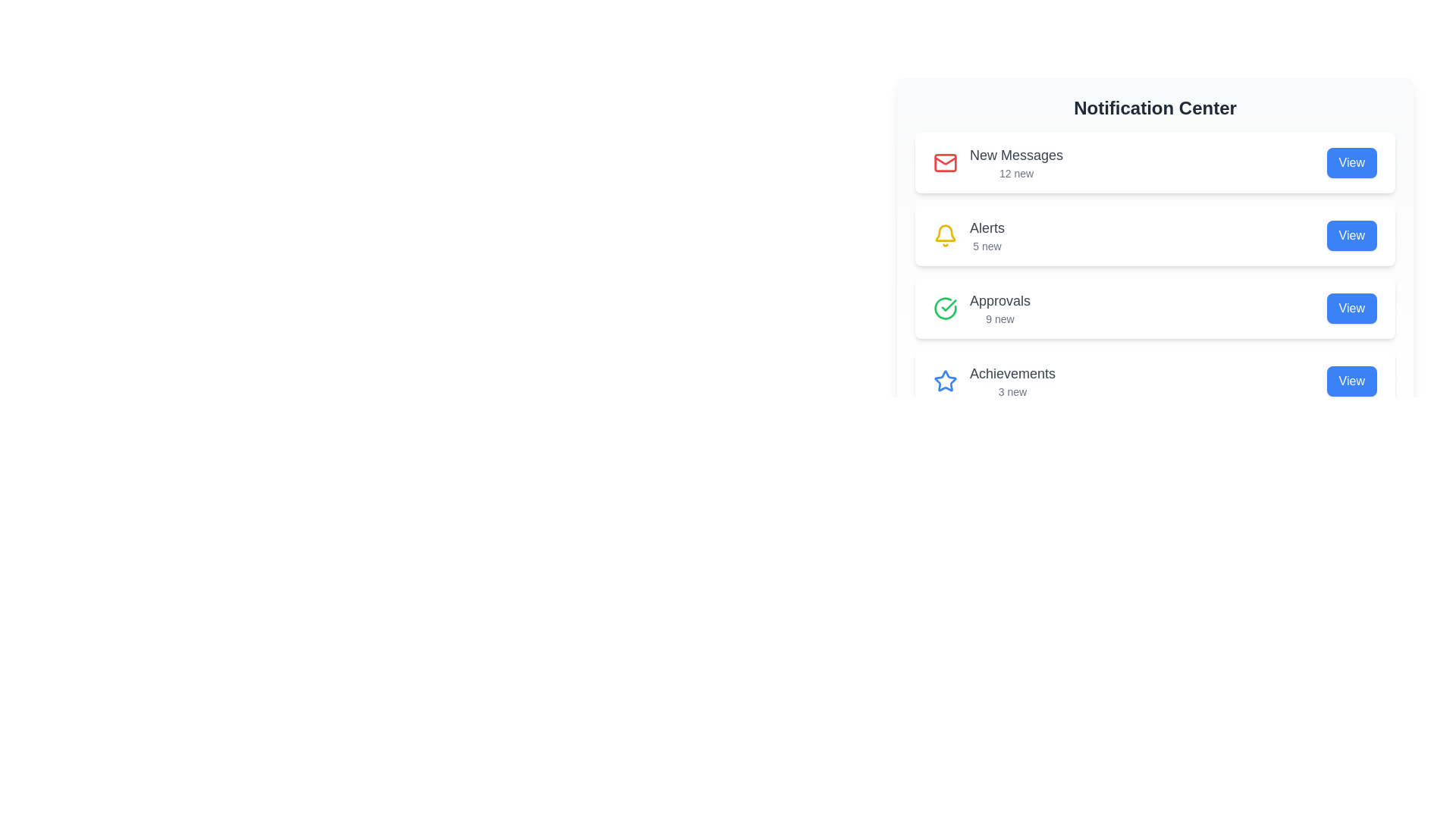 Image resolution: width=1456 pixels, height=819 pixels. What do you see at coordinates (1154, 308) in the screenshot?
I see `the Notification item summarizing updates related to approvals with 9 new updates to emphasize the element and view additional information` at bounding box center [1154, 308].